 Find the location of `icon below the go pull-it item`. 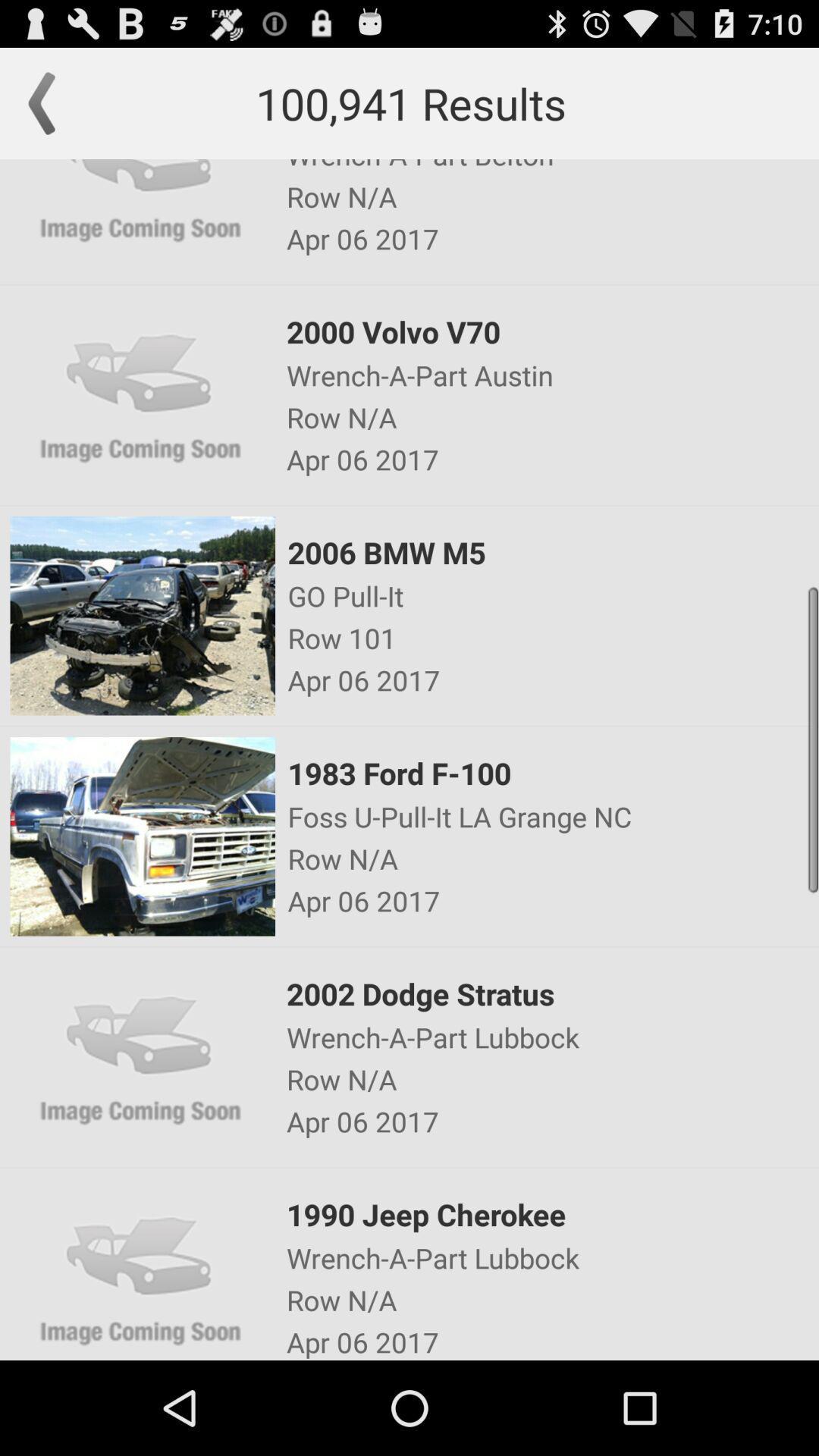

icon below the go pull-it item is located at coordinates (552, 638).